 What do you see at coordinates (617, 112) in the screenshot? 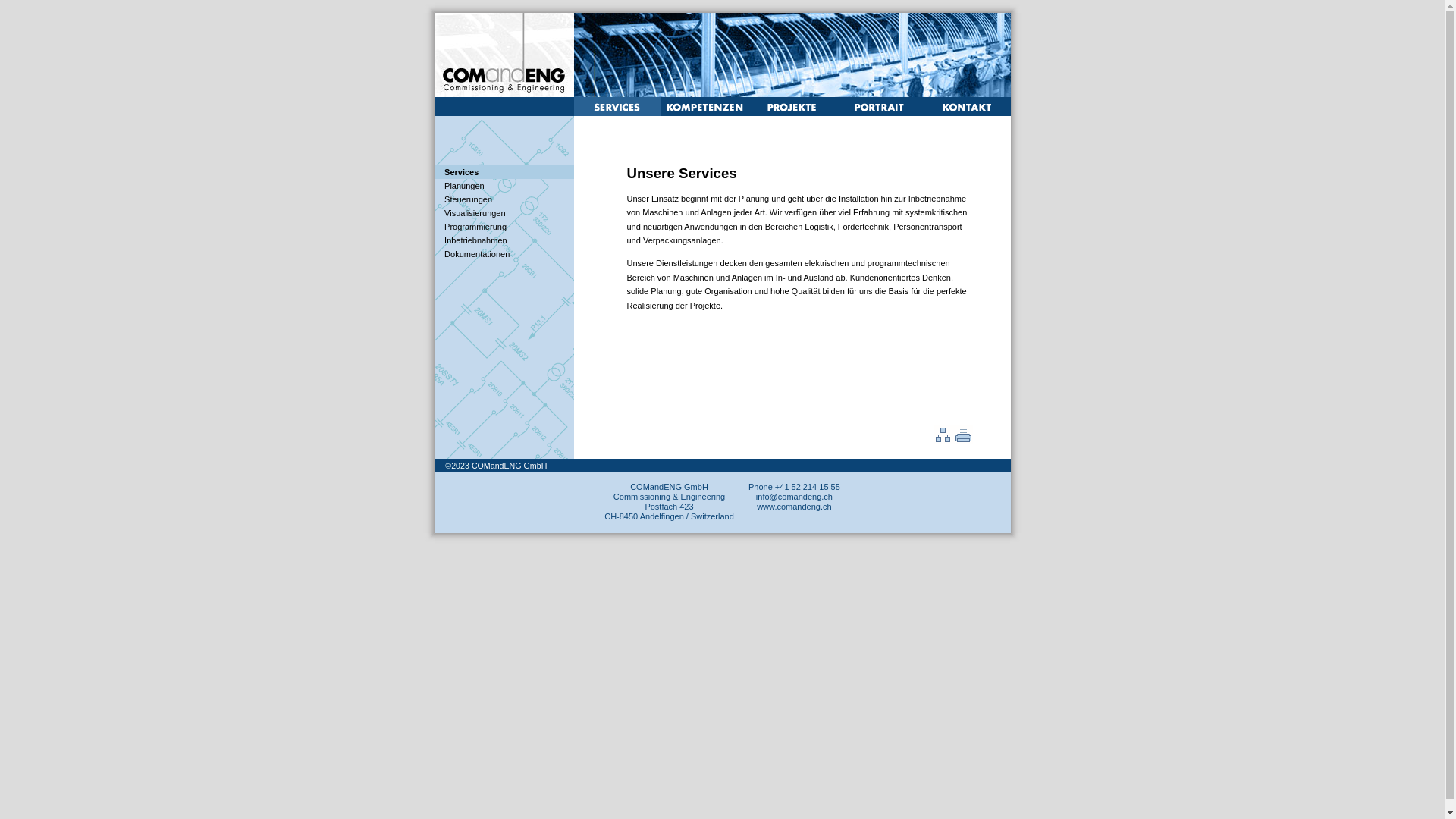
I see `'Unsere Services'` at bounding box center [617, 112].